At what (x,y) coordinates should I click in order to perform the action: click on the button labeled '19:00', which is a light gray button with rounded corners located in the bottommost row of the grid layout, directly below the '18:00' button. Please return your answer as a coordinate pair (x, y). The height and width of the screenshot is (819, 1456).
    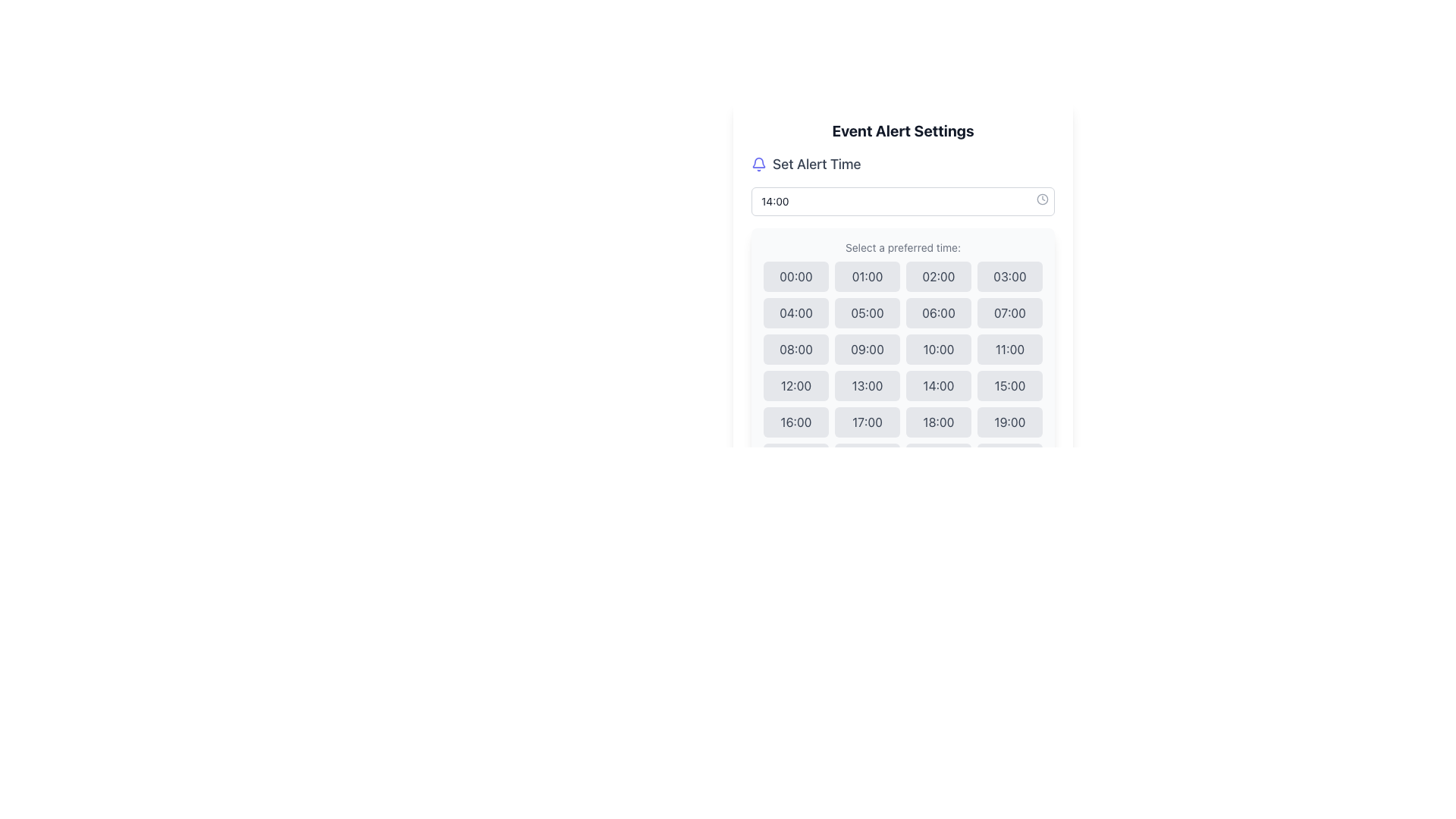
    Looking at the image, I should click on (1009, 422).